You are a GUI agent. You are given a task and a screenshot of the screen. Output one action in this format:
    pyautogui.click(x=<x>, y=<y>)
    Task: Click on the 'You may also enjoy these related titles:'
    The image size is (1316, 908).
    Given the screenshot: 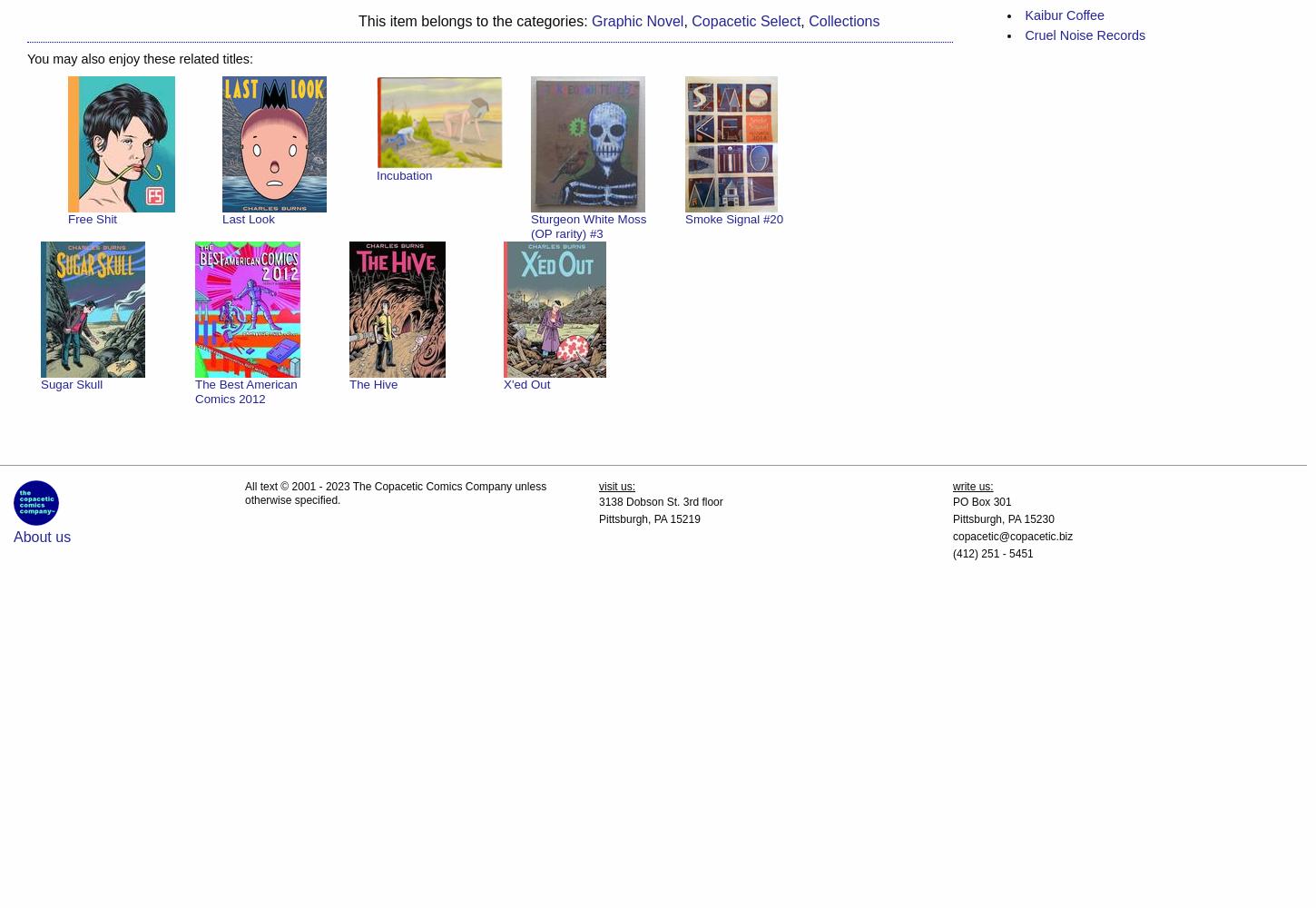 What is the action you would take?
    pyautogui.click(x=27, y=57)
    